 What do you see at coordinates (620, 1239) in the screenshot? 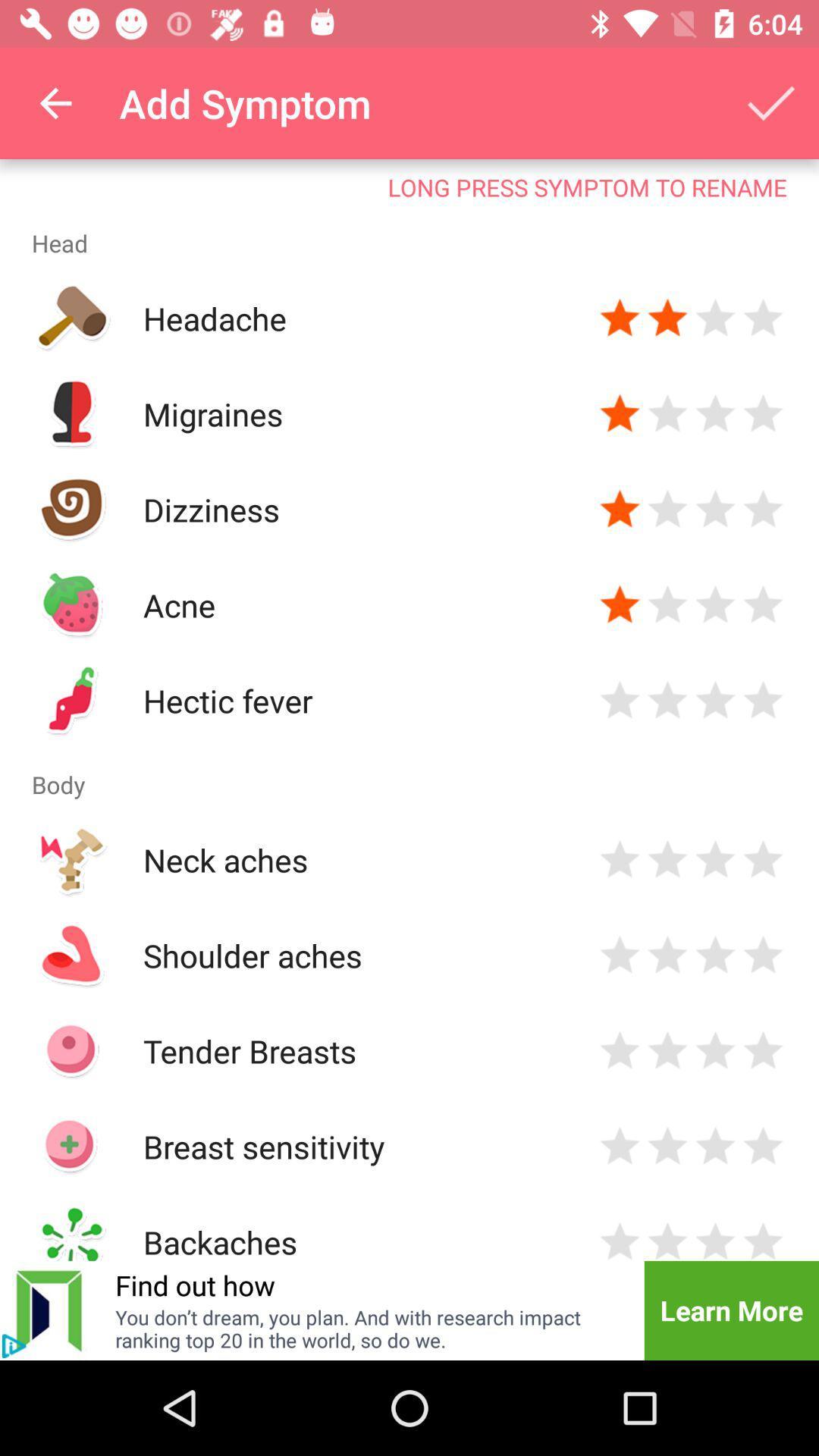
I see `backaches one star` at bounding box center [620, 1239].